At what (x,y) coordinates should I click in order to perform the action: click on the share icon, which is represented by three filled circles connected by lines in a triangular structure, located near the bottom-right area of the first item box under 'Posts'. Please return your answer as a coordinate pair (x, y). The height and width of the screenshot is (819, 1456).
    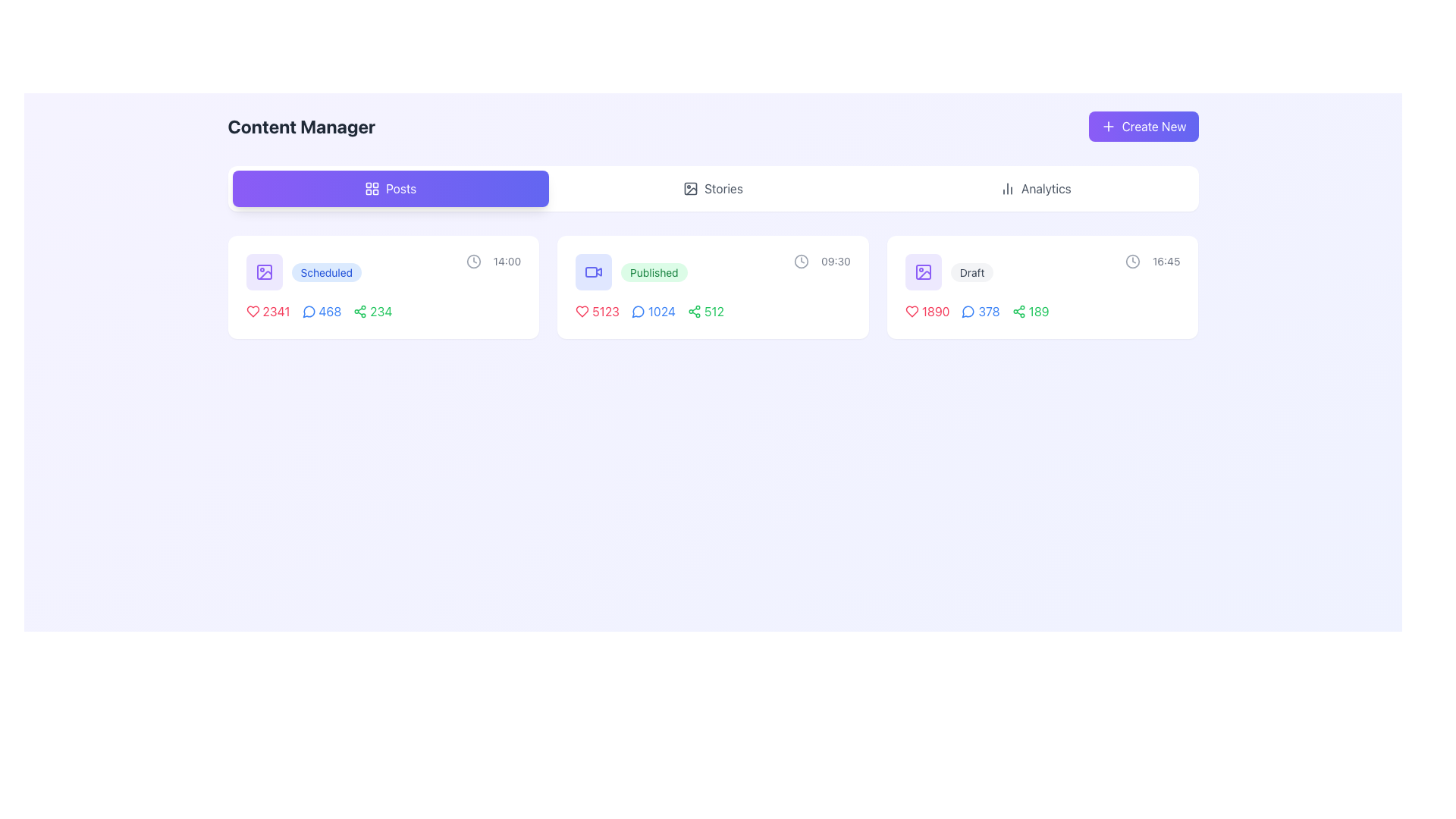
    Looking at the image, I should click on (359, 311).